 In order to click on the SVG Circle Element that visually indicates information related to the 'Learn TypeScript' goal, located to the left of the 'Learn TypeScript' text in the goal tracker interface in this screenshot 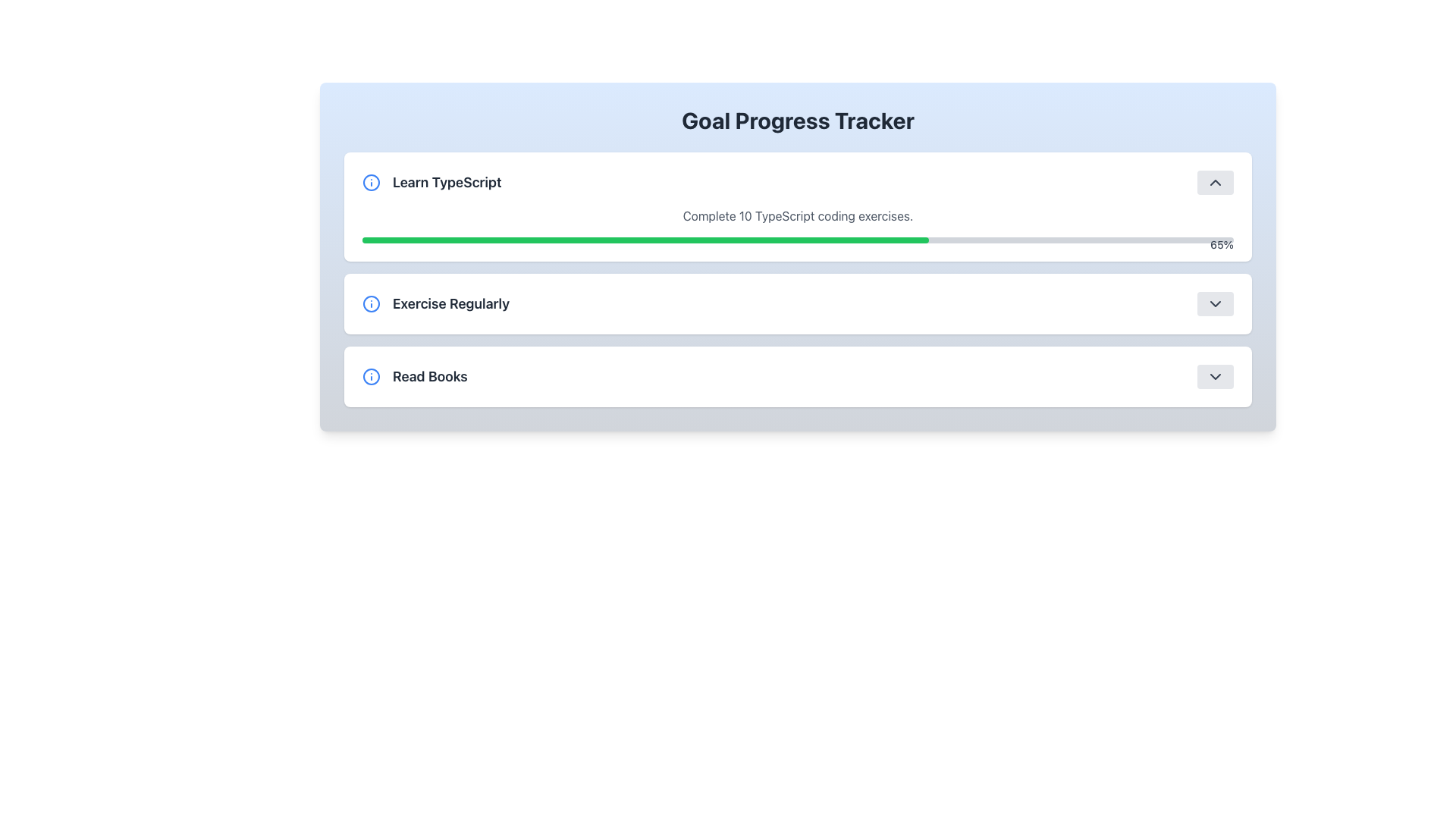, I will do `click(371, 181)`.